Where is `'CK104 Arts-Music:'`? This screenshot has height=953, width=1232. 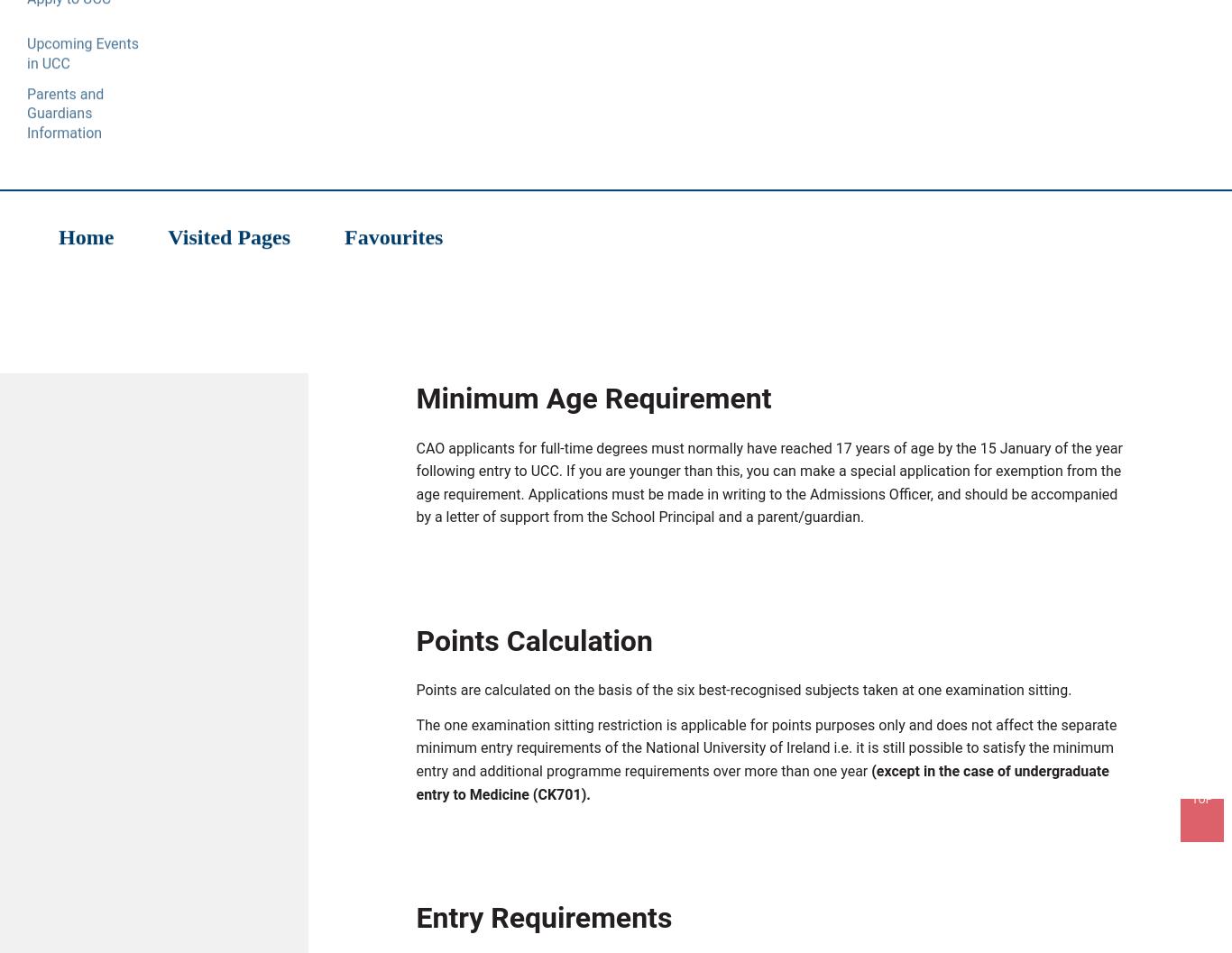 'CK104 Arts-Music:' is located at coordinates (511, 186).